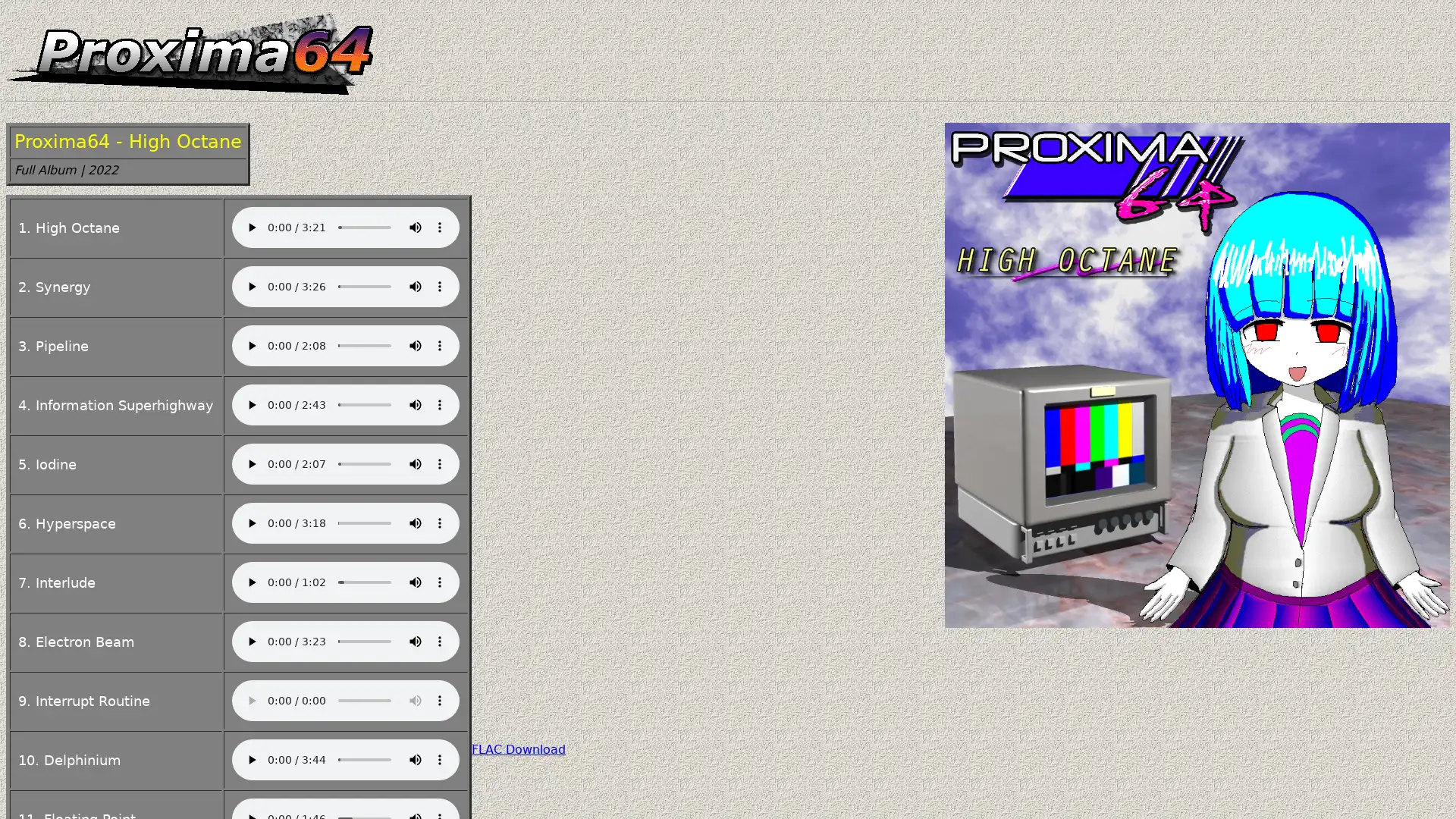 The width and height of the screenshot is (1456, 819). Describe the element at coordinates (415, 345) in the screenshot. I see `mute` at that location.